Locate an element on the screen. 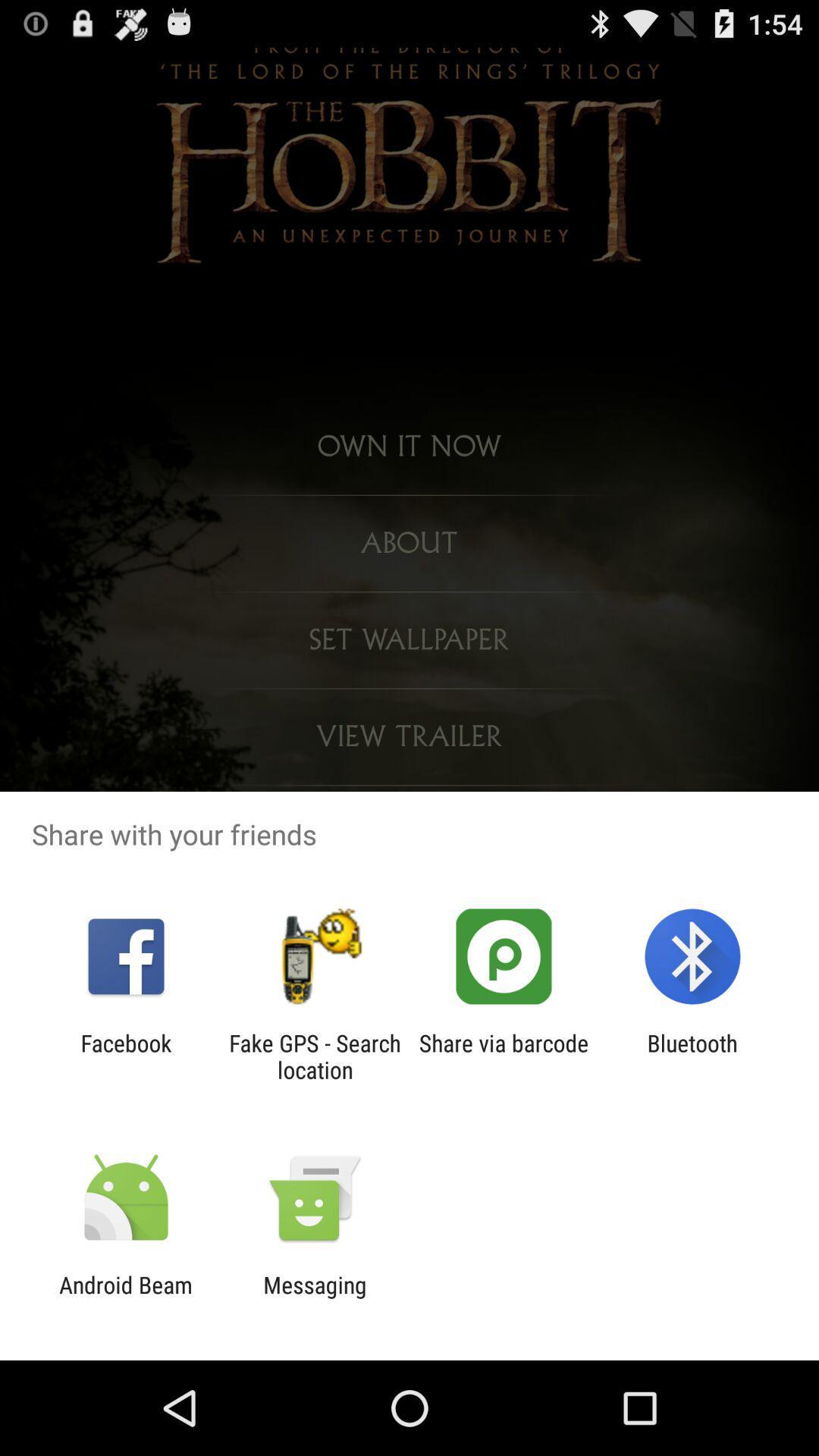  the icon next to the fake gps search is located at coordinates (504, 1056).